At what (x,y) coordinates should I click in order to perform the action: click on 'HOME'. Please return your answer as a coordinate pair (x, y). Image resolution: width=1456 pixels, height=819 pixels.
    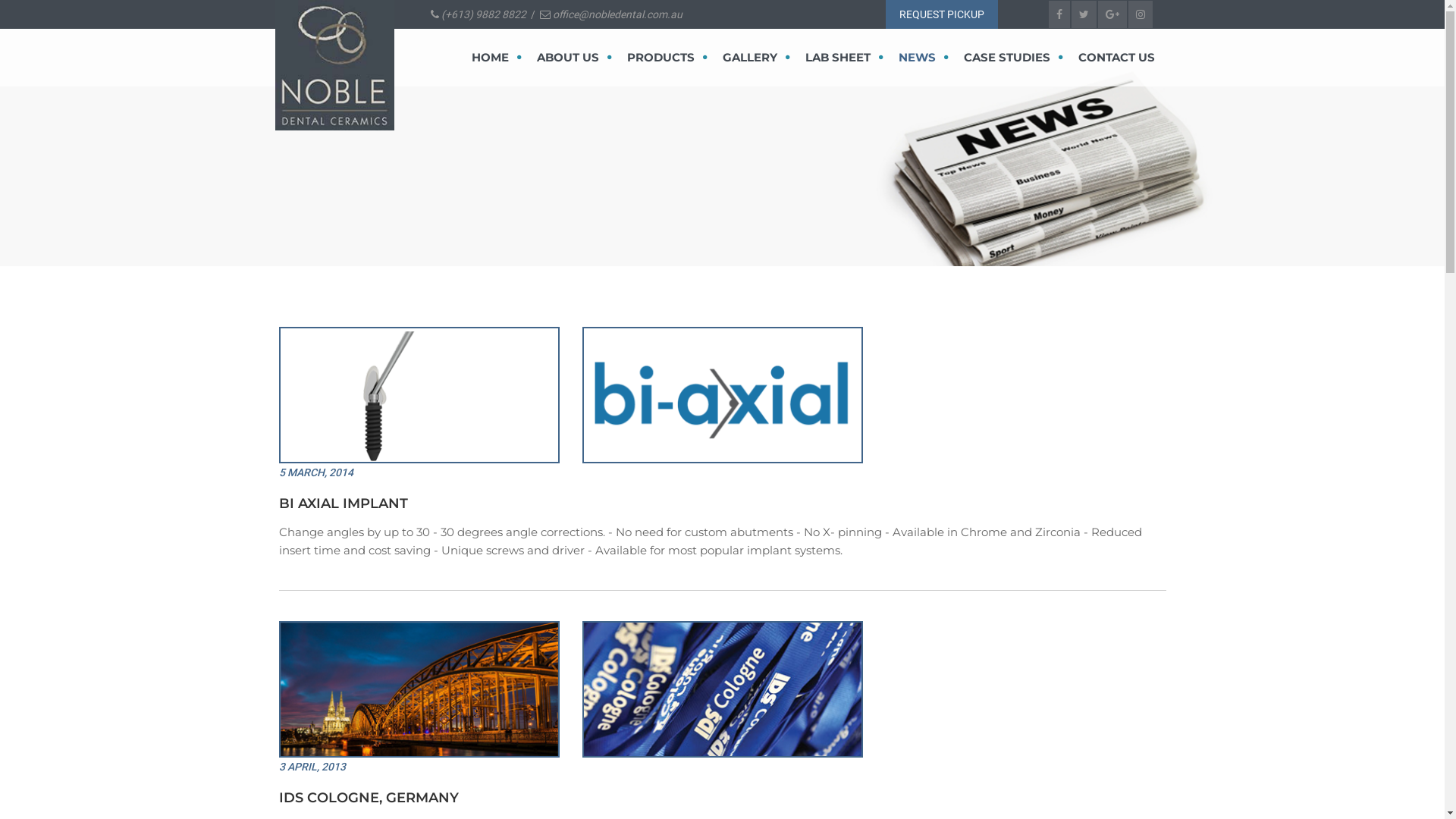
    Looking at the image, I should click on (463, 57).